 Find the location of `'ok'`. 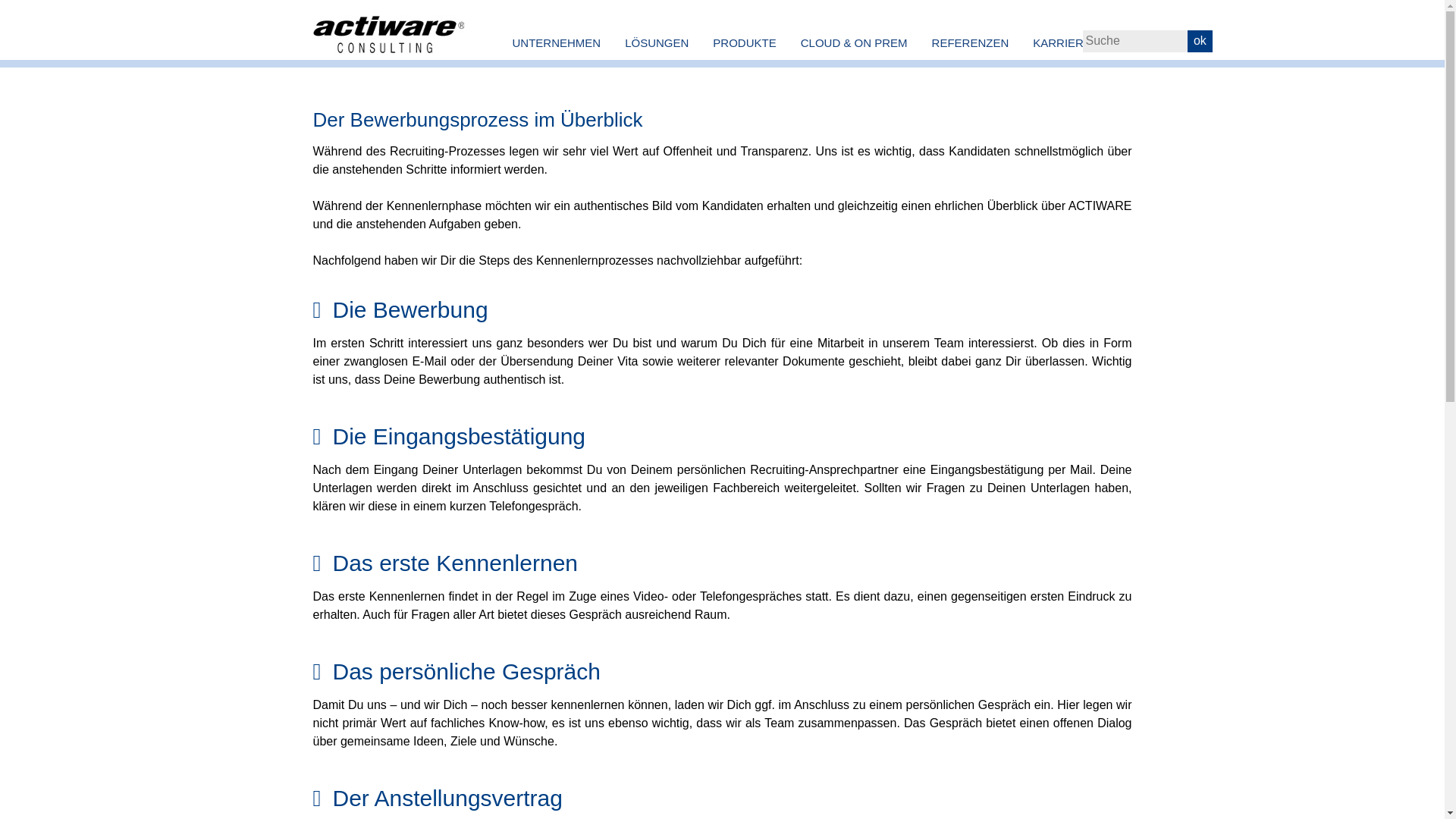

'ok' is located at coordinates (1199, 40).